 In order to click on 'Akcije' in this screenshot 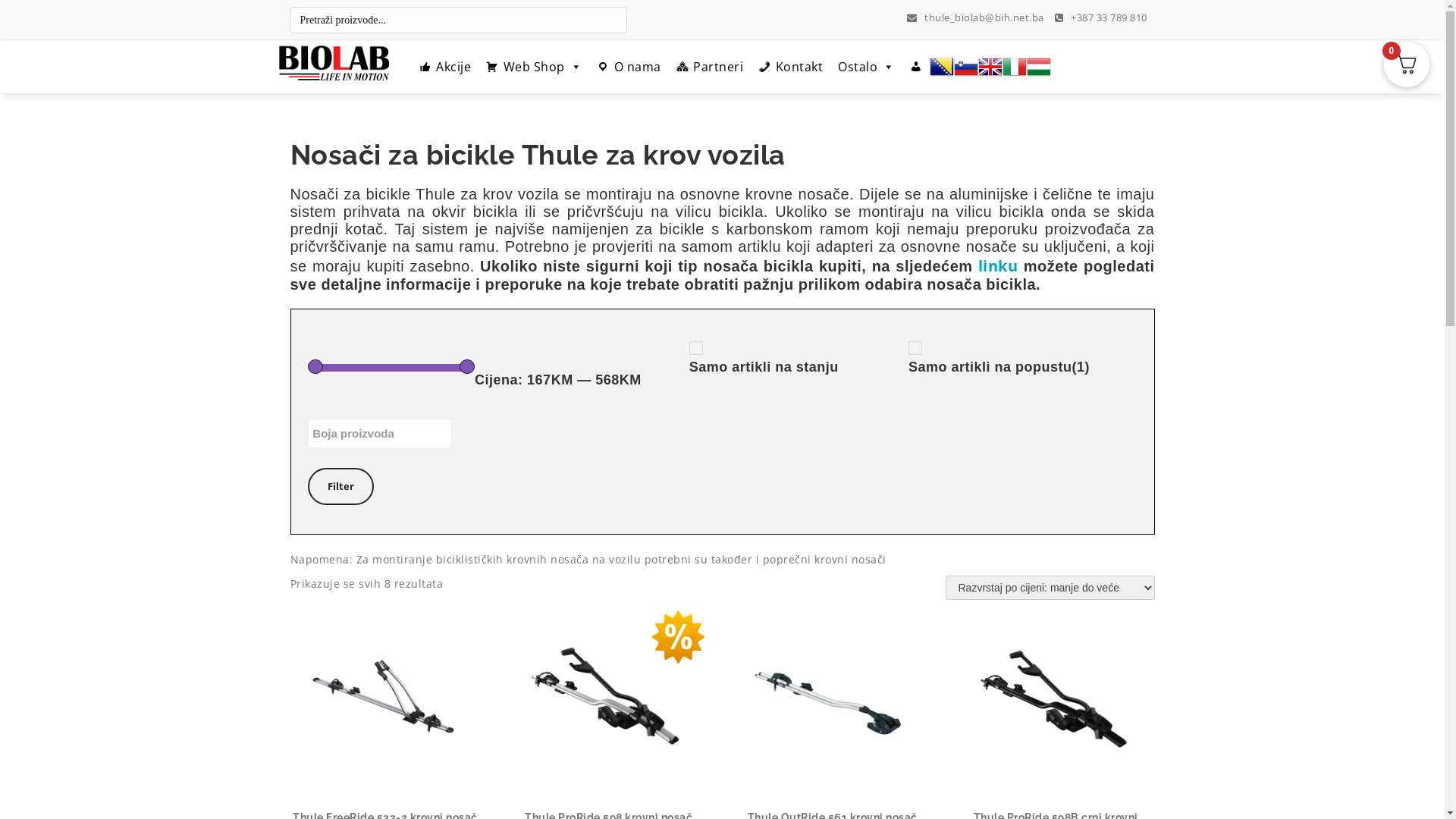, I will do `click(444, 66)`.